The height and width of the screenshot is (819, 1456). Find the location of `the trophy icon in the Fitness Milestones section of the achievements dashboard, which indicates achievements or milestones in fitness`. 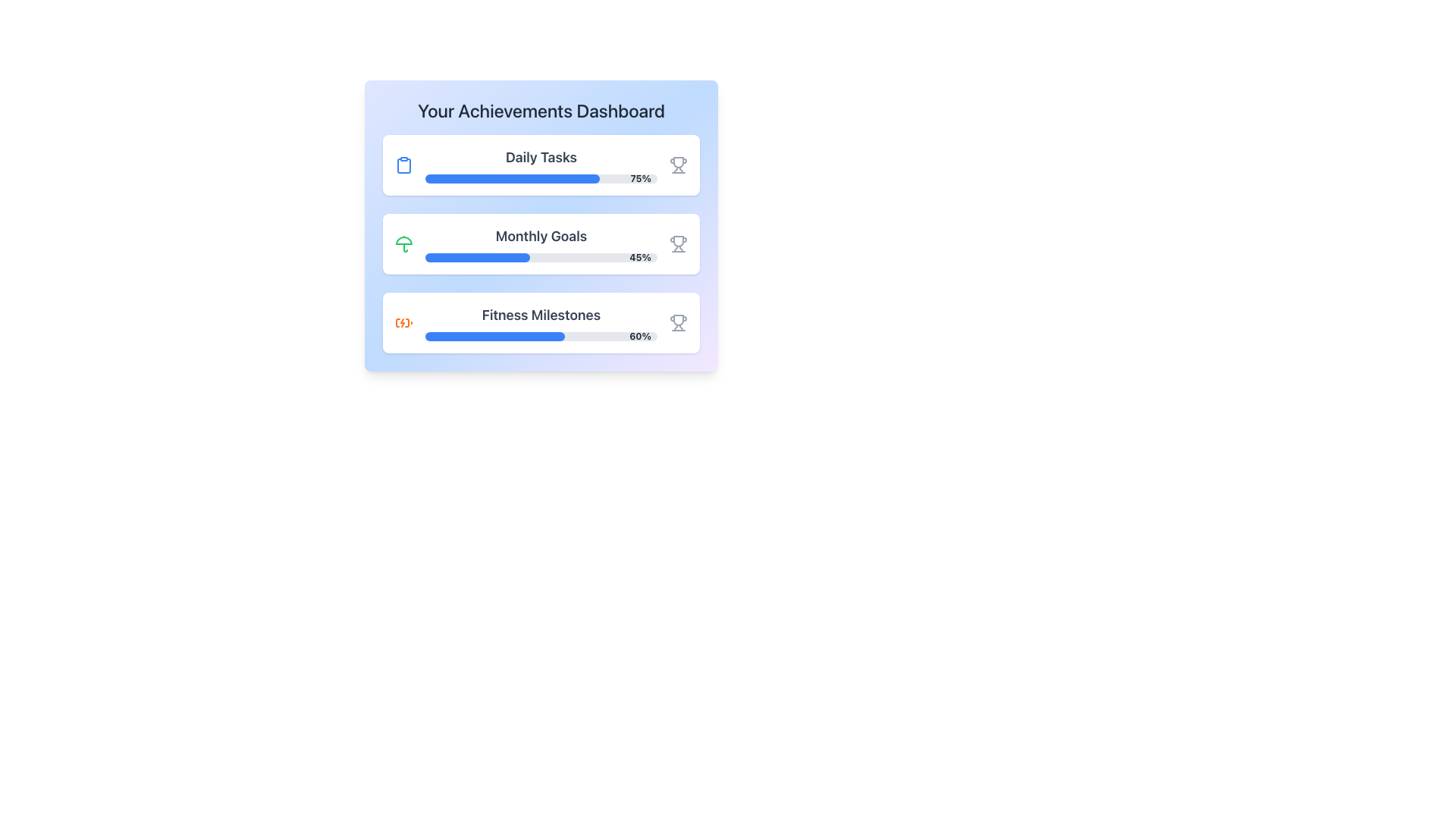

the trophy icon in the Fitness Milestones section of the achievements dashboard, which indicates achievements or milestones in fitness is located at coordinates (677, 322).